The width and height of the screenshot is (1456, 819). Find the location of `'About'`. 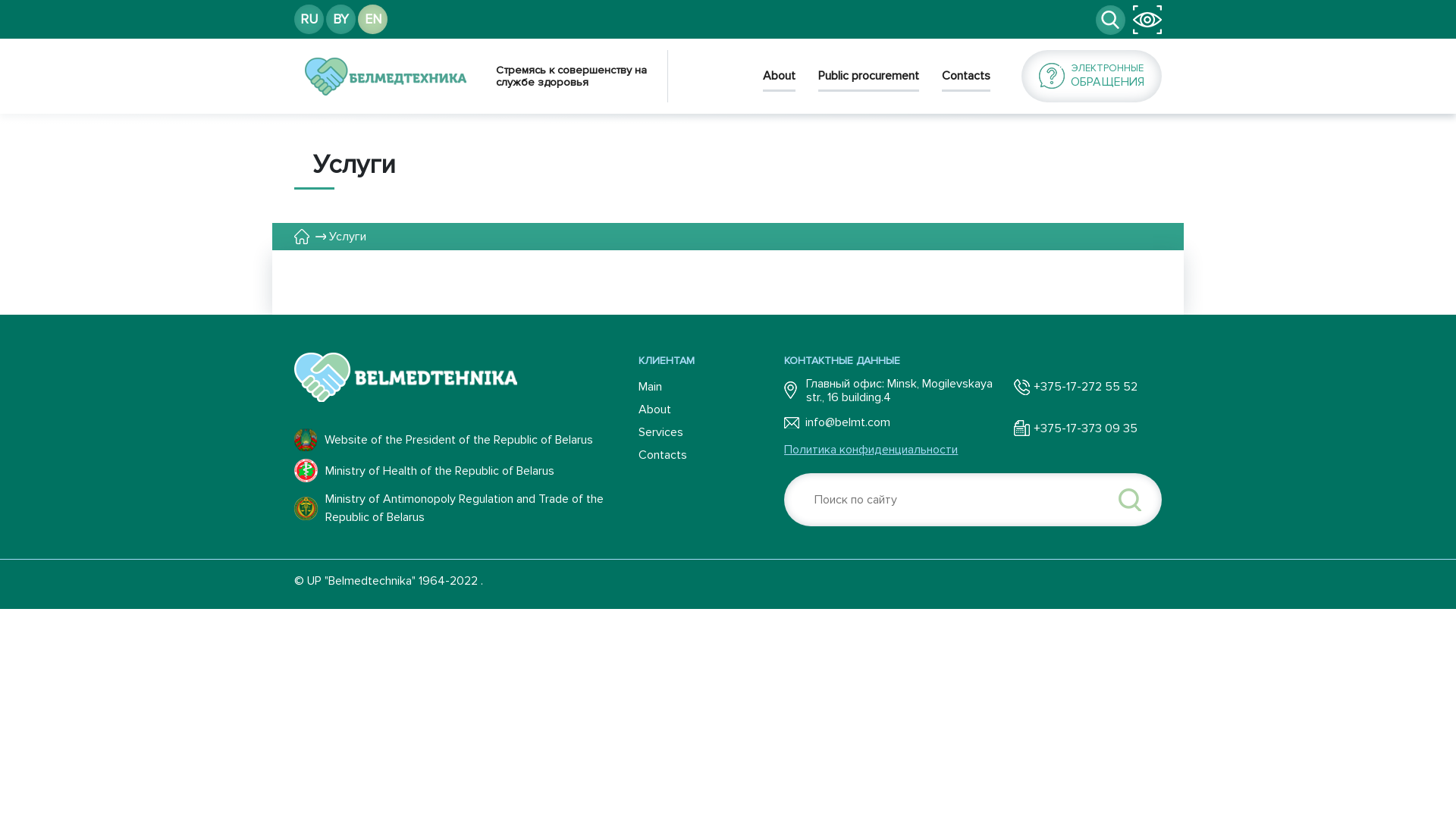

'About' is located at coordinates (763, 80).